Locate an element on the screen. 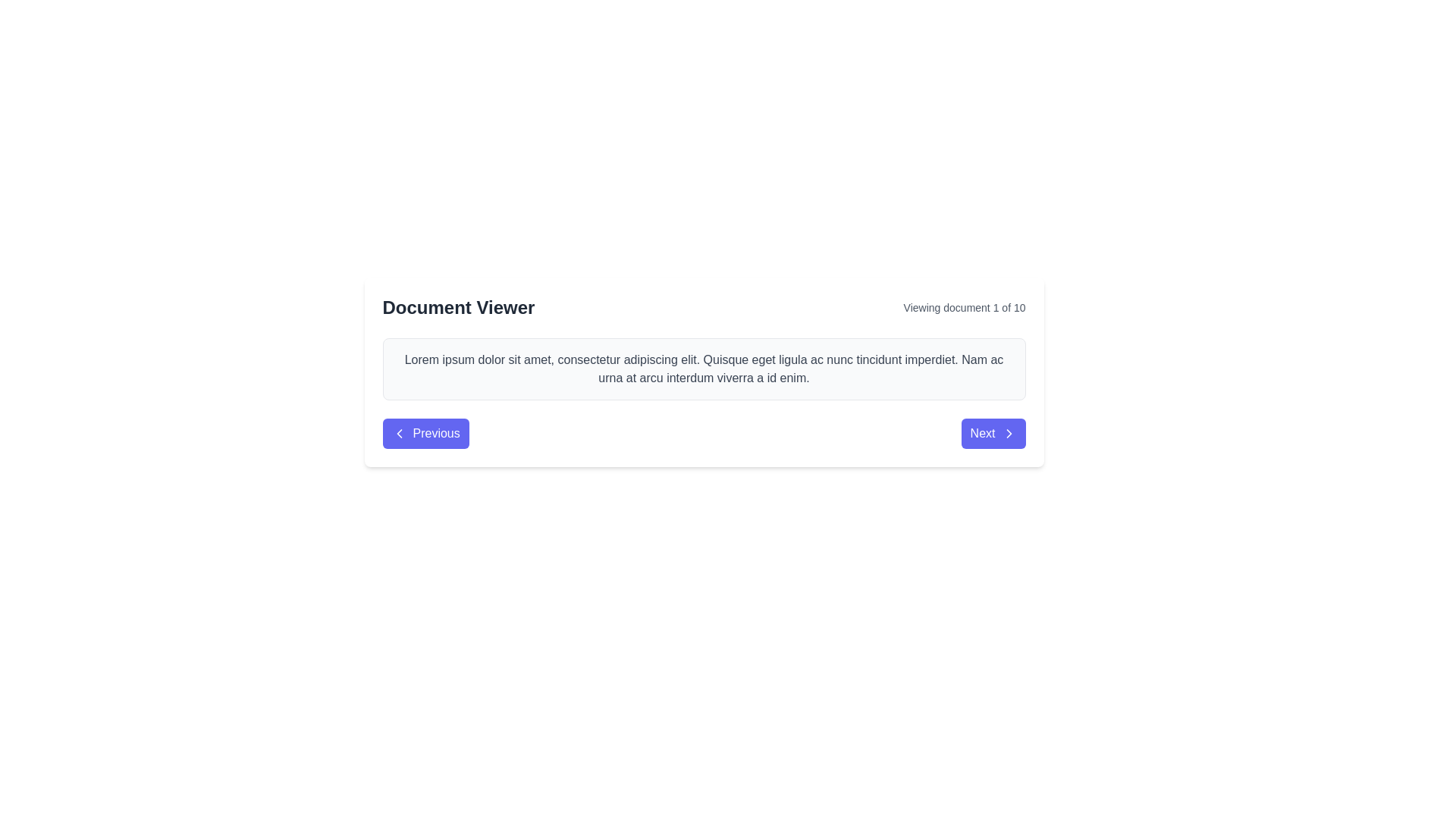 Image resolution: width=1456 pixels, height=819 pixels. the 'Previous' button is located at coordinates (425, 433).